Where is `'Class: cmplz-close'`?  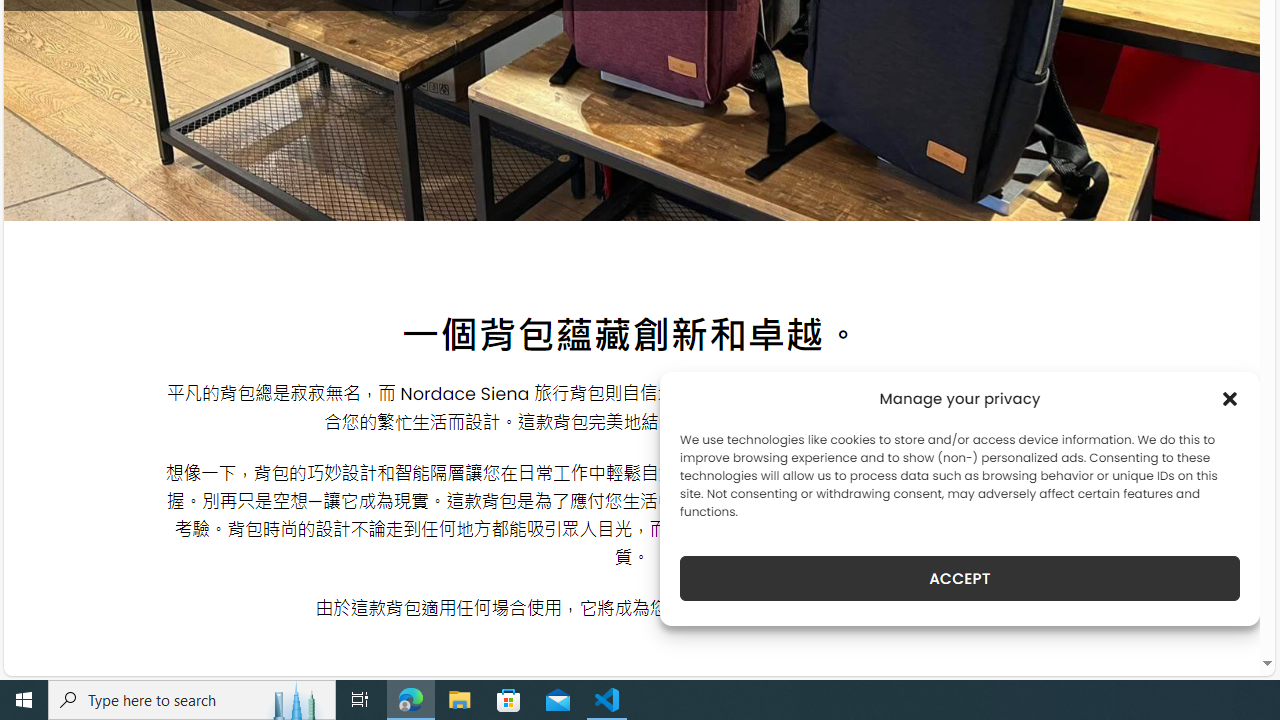
'Class: cmplz-close' is located at coordinates (1229, 398).